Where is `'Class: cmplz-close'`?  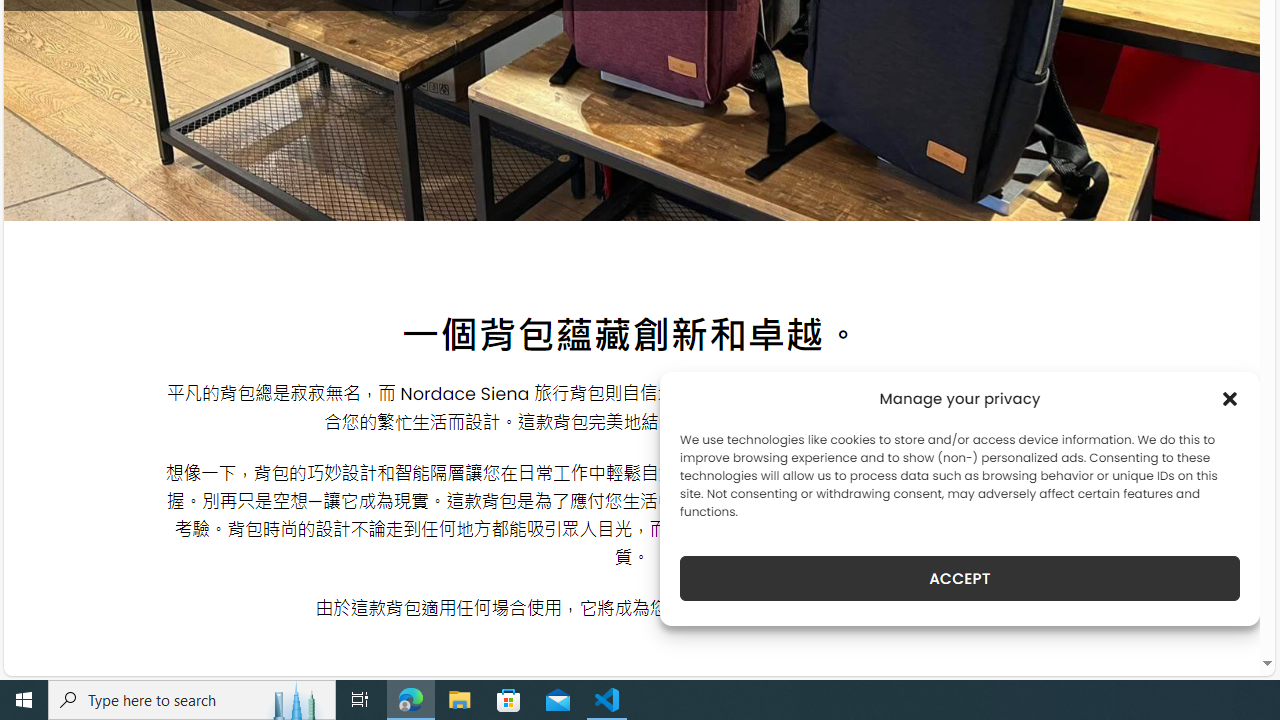
'Class: cmplz-close' is located at coordinates (1229, 398).